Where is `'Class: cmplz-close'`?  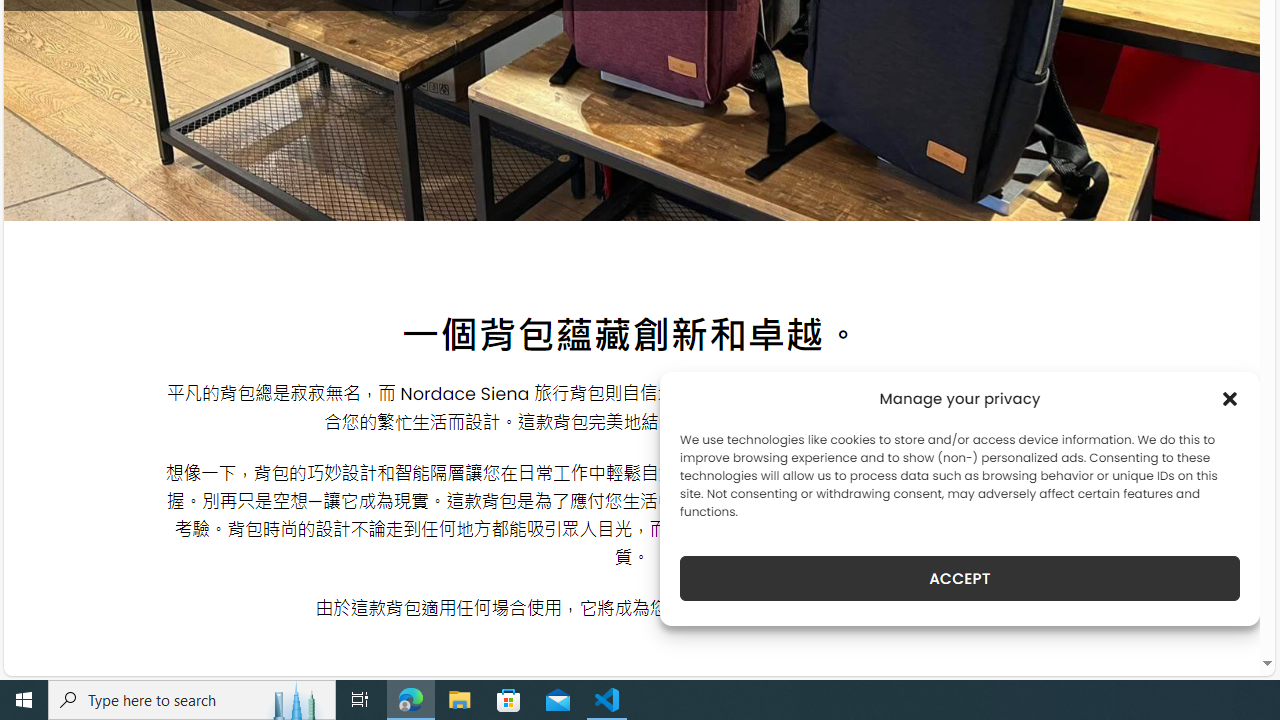
'Class: cmplz-close' is located at coordinates (1229, 398).